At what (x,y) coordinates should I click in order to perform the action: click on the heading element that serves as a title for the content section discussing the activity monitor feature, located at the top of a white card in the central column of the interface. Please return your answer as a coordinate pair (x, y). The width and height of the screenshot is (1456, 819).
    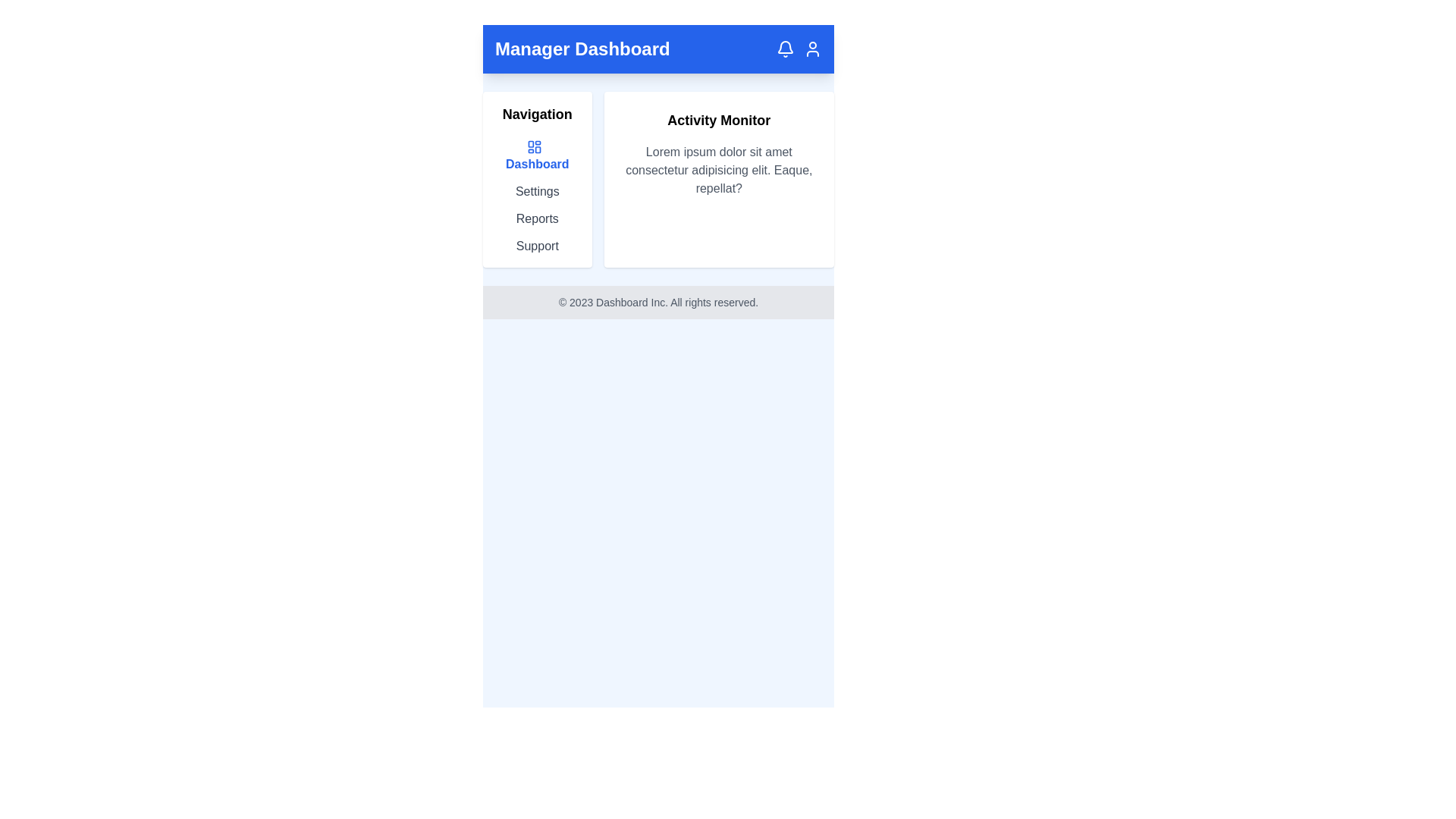
    Looking at the image, I should click on (718, 119).